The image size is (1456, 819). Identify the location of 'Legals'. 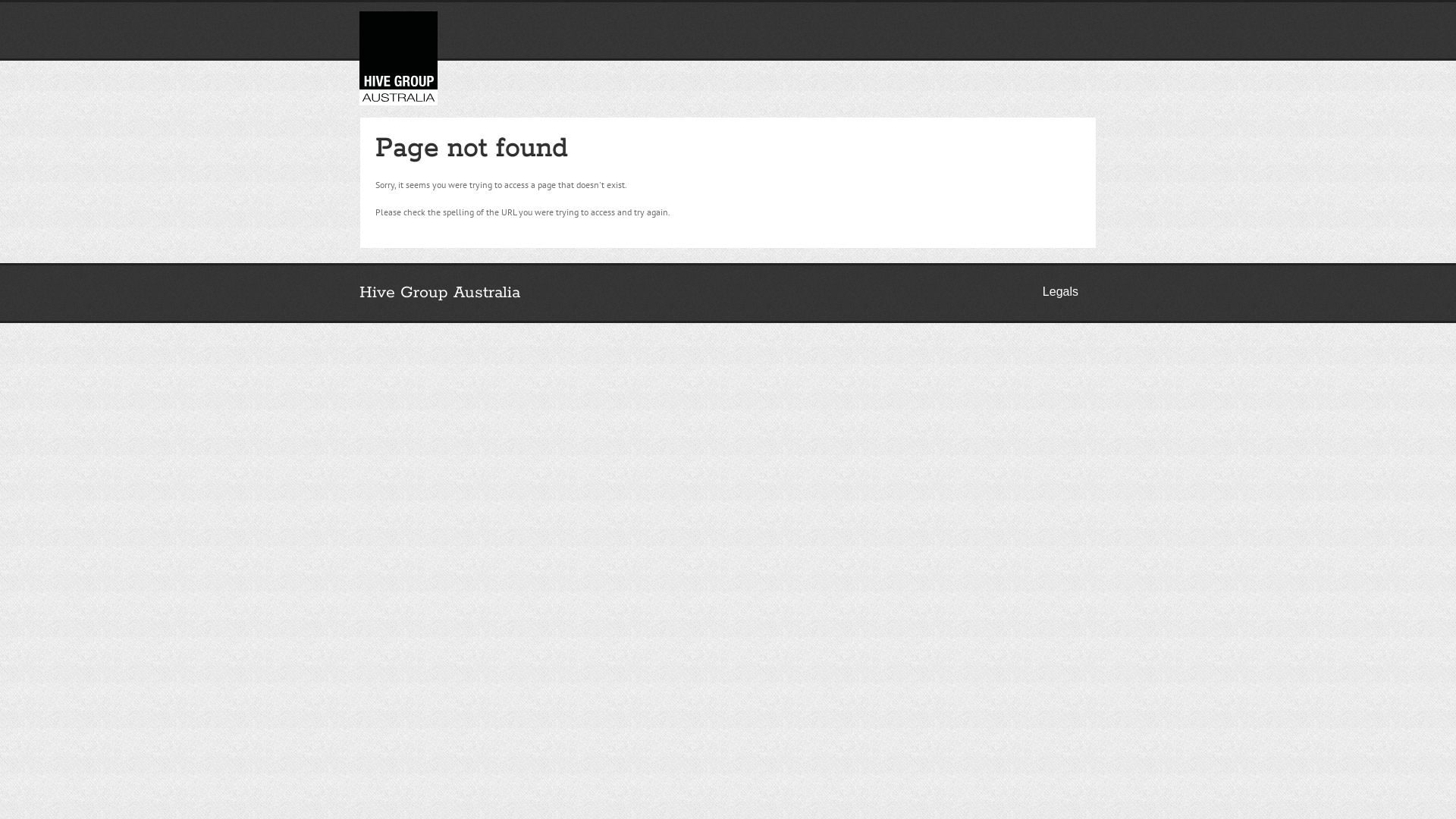
(1059, 292).